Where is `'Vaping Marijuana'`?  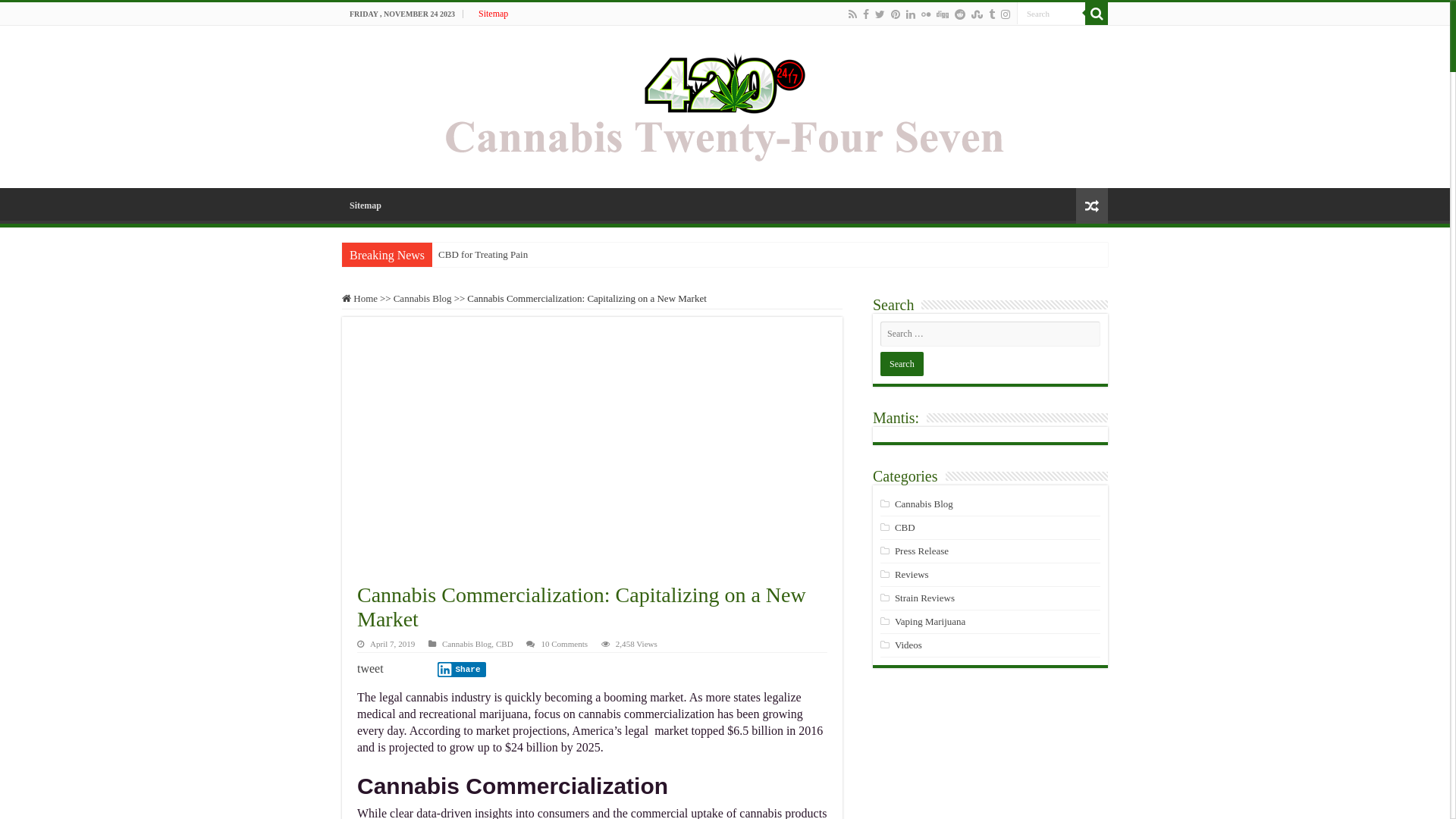
'Vaping Marijuana' is located at coordinates (895, 621).